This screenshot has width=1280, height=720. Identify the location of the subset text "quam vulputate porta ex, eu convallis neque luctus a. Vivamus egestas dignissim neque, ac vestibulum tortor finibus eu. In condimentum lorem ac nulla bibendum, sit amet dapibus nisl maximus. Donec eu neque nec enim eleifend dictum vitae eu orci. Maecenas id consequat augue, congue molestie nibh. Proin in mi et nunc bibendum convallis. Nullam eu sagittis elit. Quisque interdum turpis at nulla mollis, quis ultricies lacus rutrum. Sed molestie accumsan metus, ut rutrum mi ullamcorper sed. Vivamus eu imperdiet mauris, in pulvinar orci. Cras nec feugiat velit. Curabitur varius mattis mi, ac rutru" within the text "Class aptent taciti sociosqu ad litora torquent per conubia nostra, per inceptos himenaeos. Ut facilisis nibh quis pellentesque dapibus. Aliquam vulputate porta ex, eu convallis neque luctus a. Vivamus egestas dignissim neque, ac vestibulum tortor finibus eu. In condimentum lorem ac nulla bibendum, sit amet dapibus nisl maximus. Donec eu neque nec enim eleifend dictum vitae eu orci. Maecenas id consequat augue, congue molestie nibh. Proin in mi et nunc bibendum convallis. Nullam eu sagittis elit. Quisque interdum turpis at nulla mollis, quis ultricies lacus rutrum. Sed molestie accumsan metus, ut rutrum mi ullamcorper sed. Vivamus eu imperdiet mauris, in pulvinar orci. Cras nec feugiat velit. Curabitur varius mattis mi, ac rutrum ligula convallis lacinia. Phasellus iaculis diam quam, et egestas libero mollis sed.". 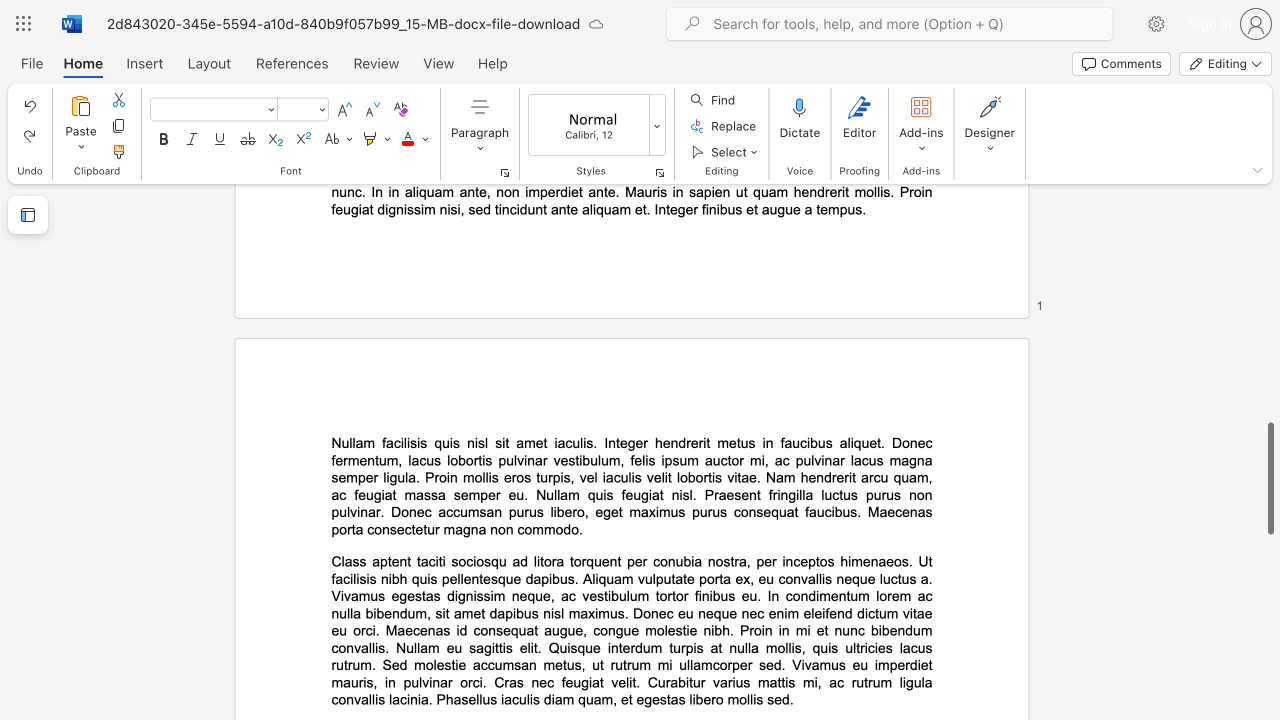
(597, 579).